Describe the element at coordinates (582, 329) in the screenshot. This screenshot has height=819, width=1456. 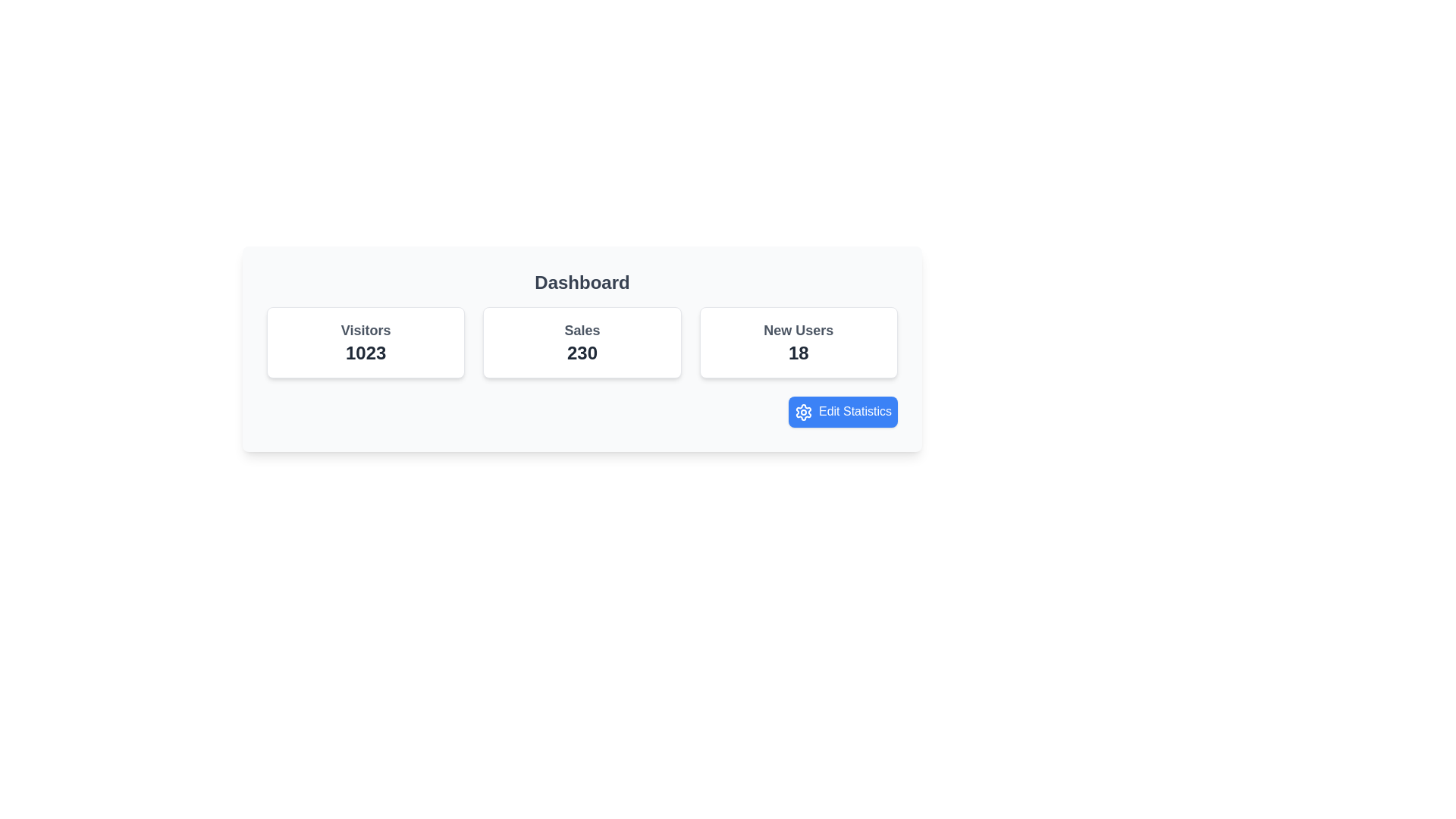
I see `the title text element indicating 'Sales', which is located at the top center of the second card in a group of three cards, positioned directly above the numerical value '230'` at that location.